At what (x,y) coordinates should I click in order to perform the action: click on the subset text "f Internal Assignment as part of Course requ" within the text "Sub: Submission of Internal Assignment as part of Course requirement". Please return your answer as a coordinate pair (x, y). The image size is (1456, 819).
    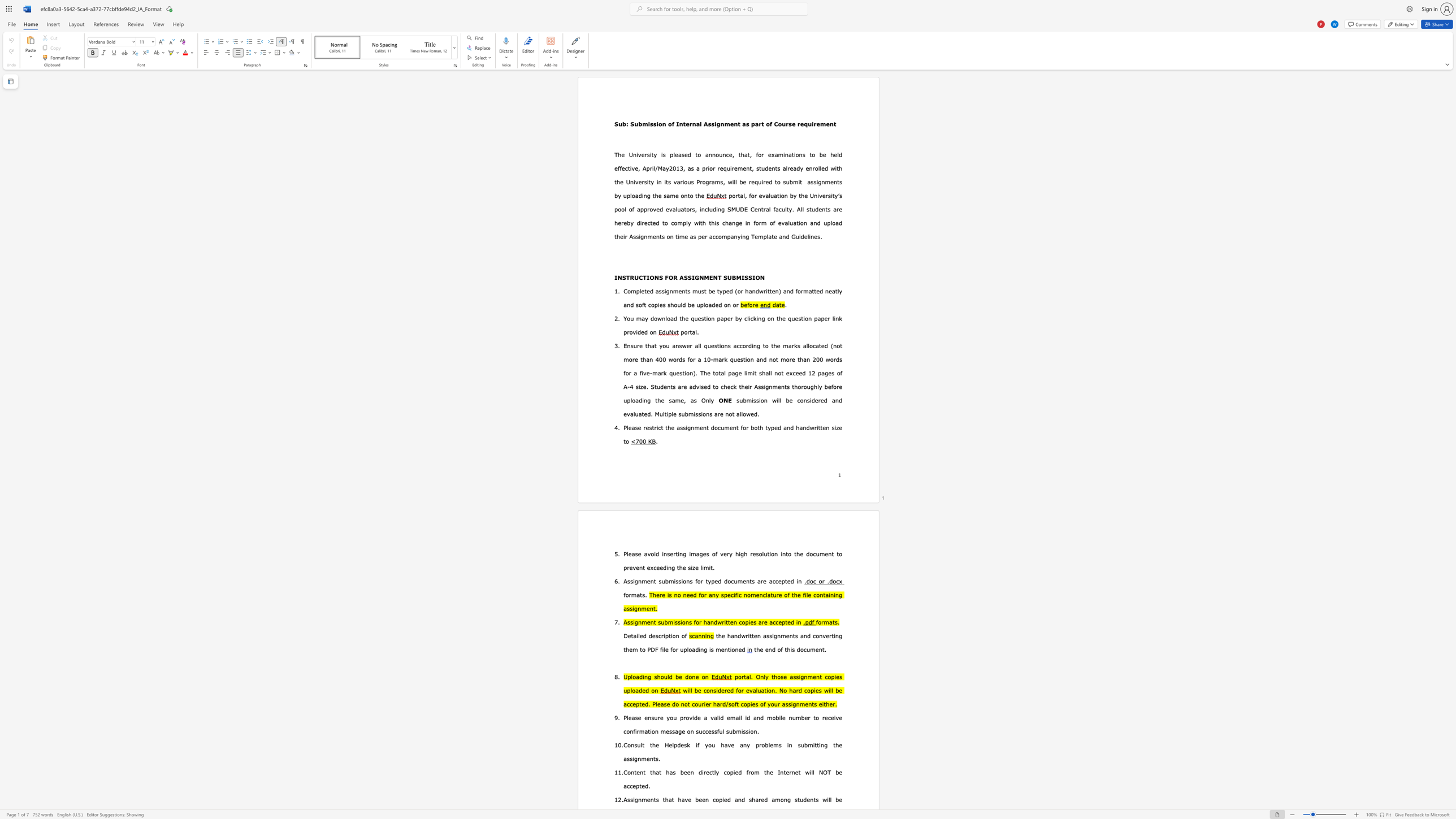
    Looking at the image, I should click on (671, 124).